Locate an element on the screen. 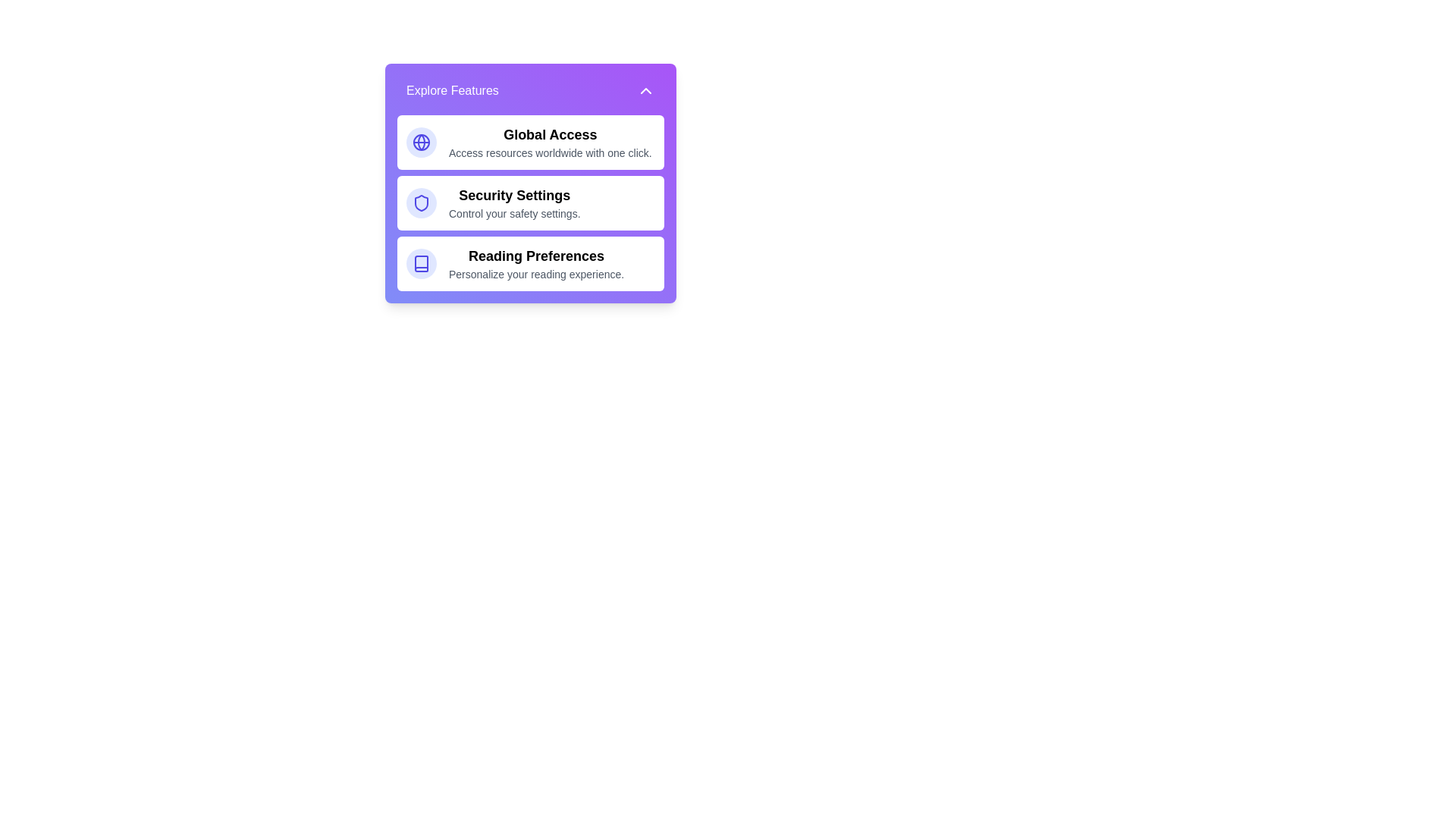 The image size is (1456, 819). the circular icon with a light indigo background and a darker indigo book icon, located in the 'Reading Preferences' section under the 'Explore Features' header is located at coordinates (422, 262).